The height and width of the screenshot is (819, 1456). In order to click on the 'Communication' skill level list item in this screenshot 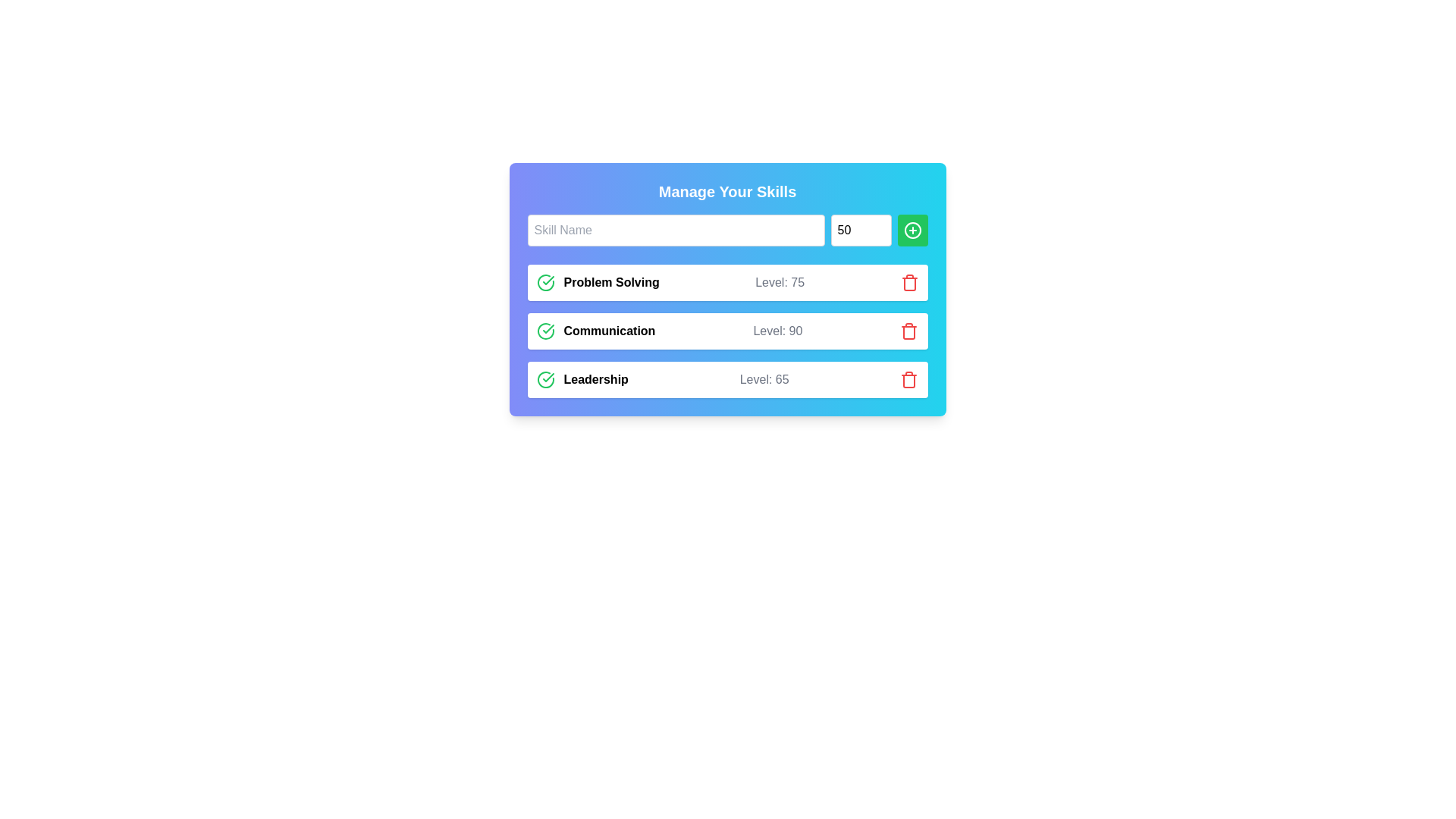, I will do `click(726, 330)`.